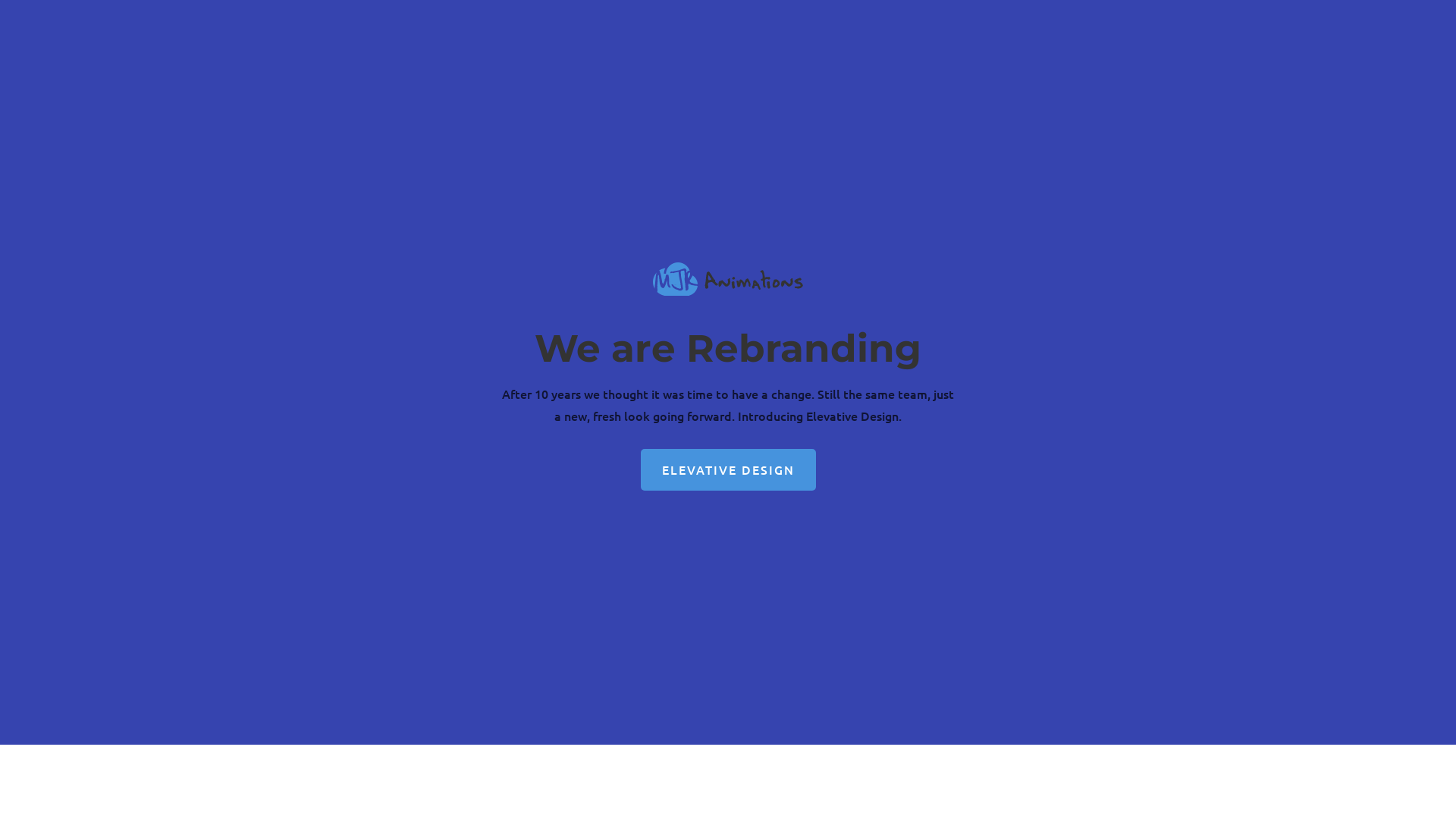 This screenshot has width=1456, height=819. Describe the element at coordinates (640, 469) in the screenshot. I see `'ELEVATIVE DESIGN'` at that location.